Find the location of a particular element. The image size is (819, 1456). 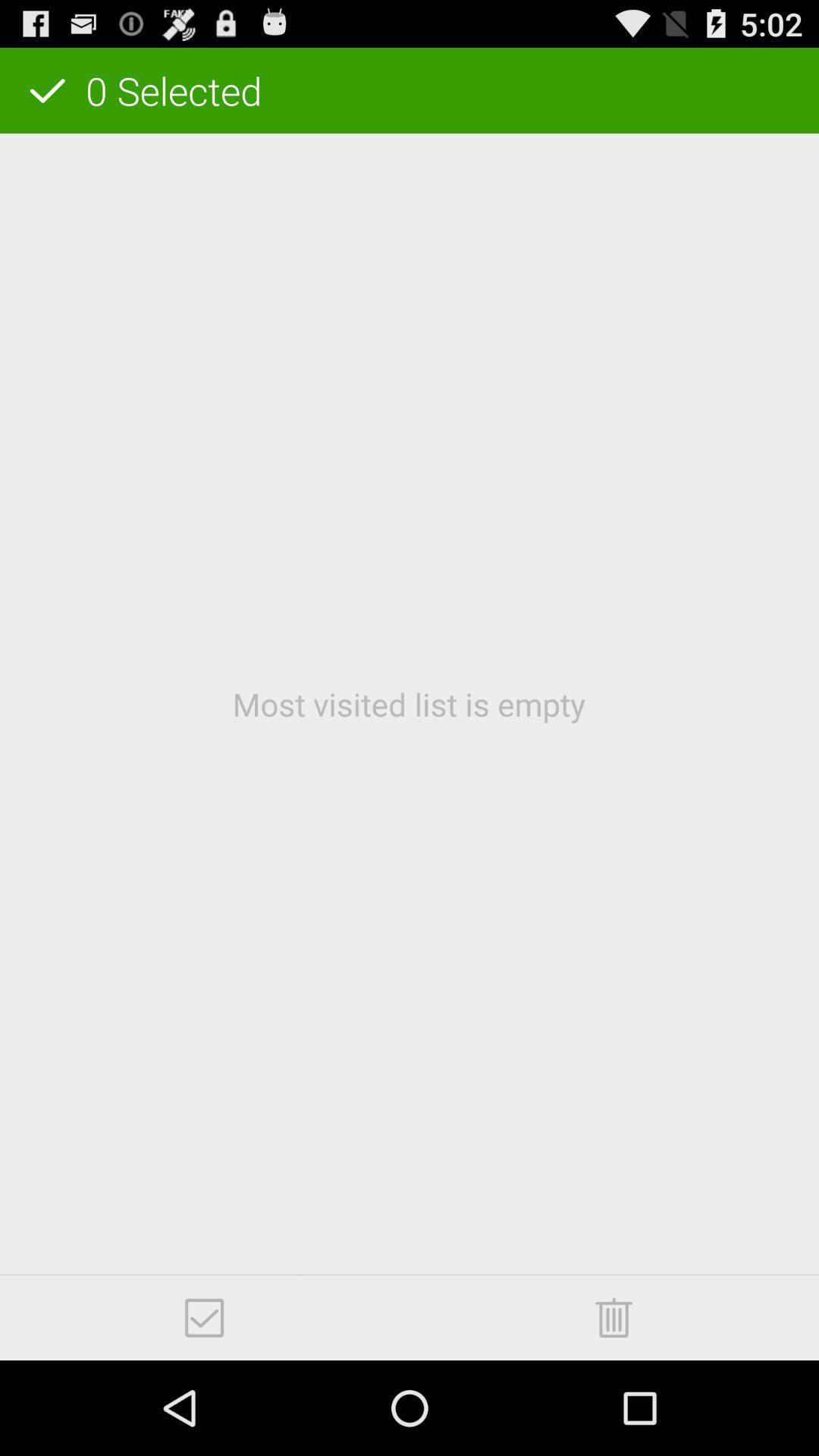

icon at the bottom left corner is located at coordinates (203, 1317).